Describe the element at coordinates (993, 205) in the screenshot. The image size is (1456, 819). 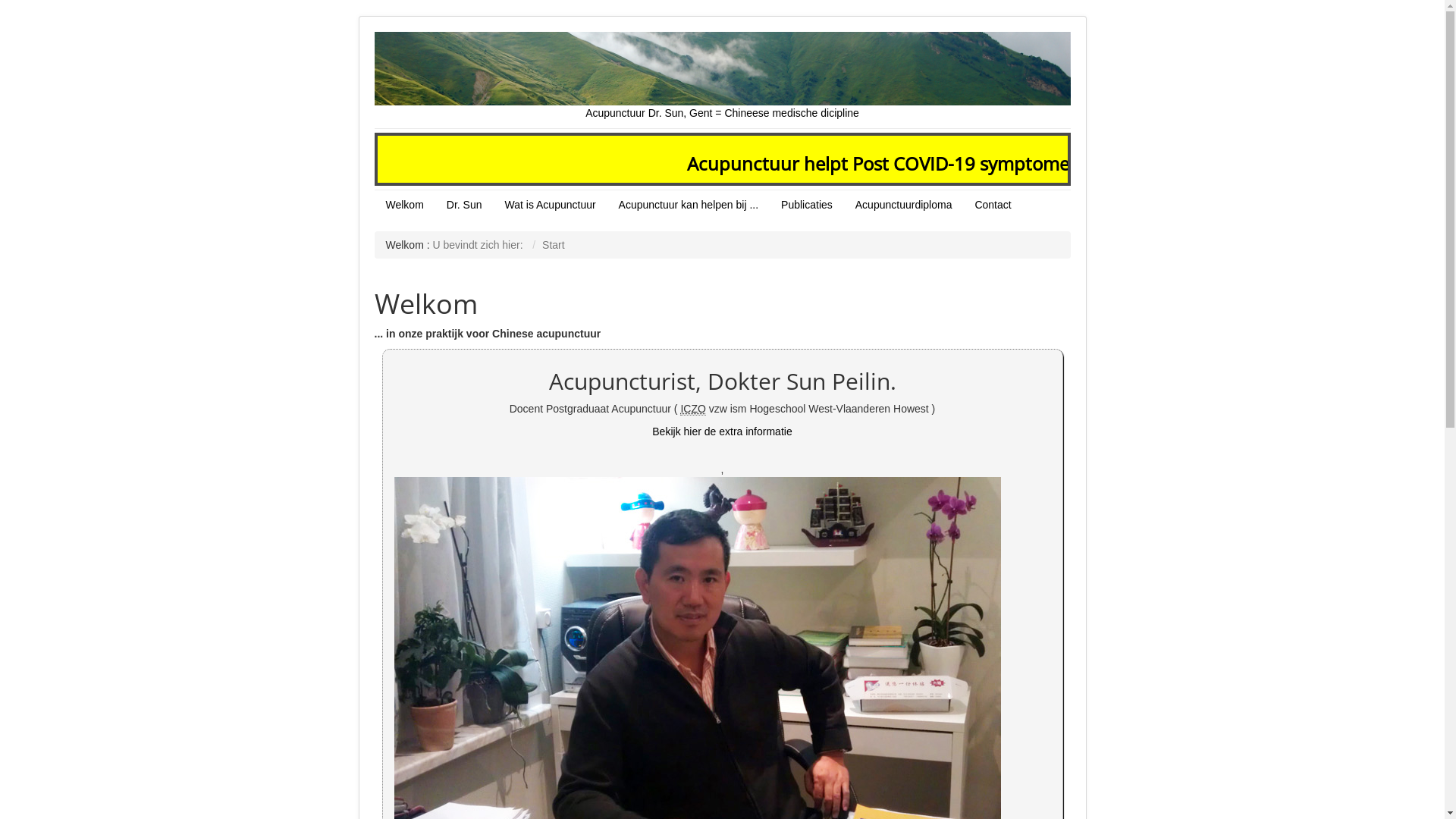
I see `'Contact'` at that location.